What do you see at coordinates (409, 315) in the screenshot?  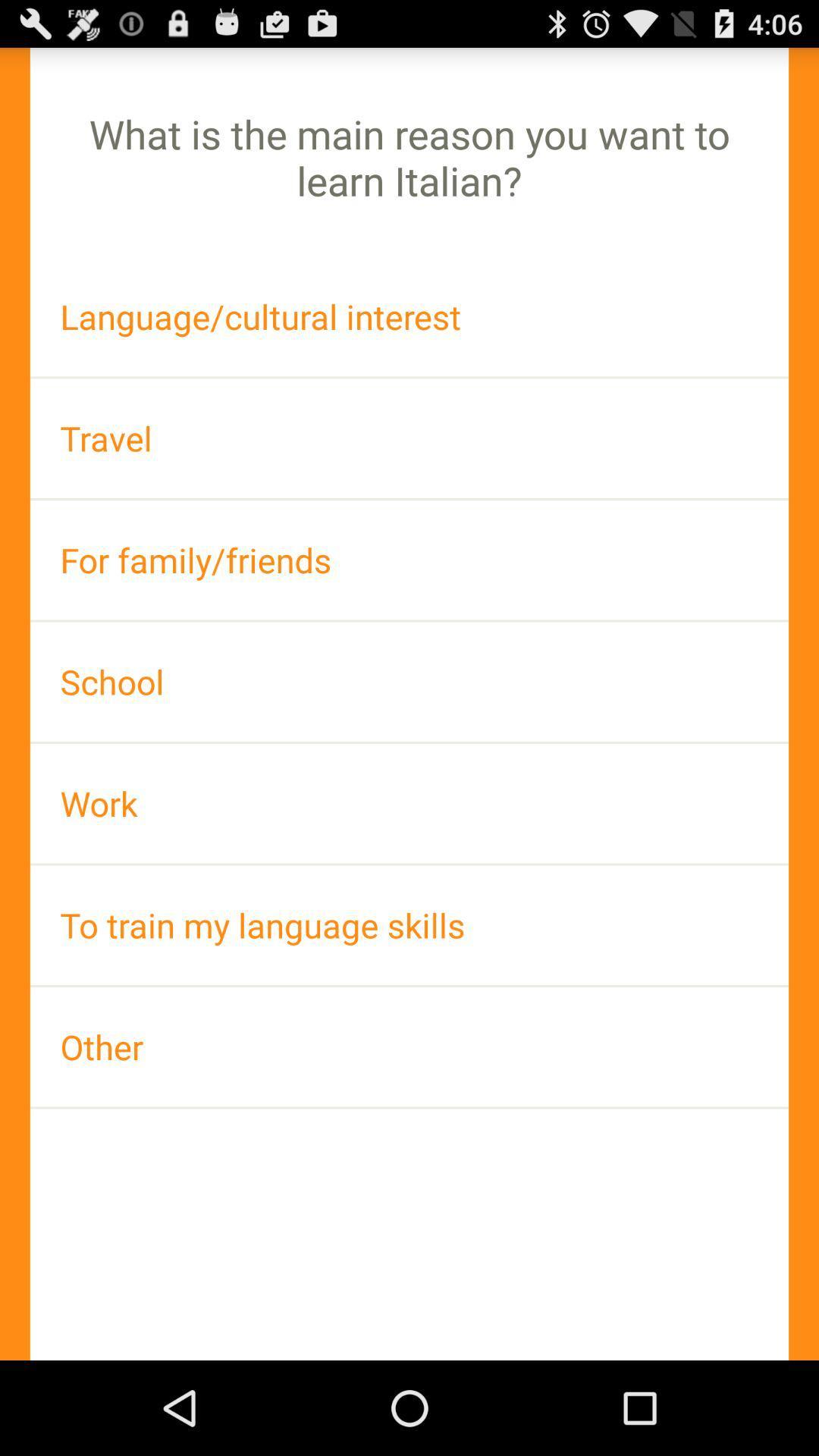 I see `icon above the travel icon` at bounding box center [409, 315].